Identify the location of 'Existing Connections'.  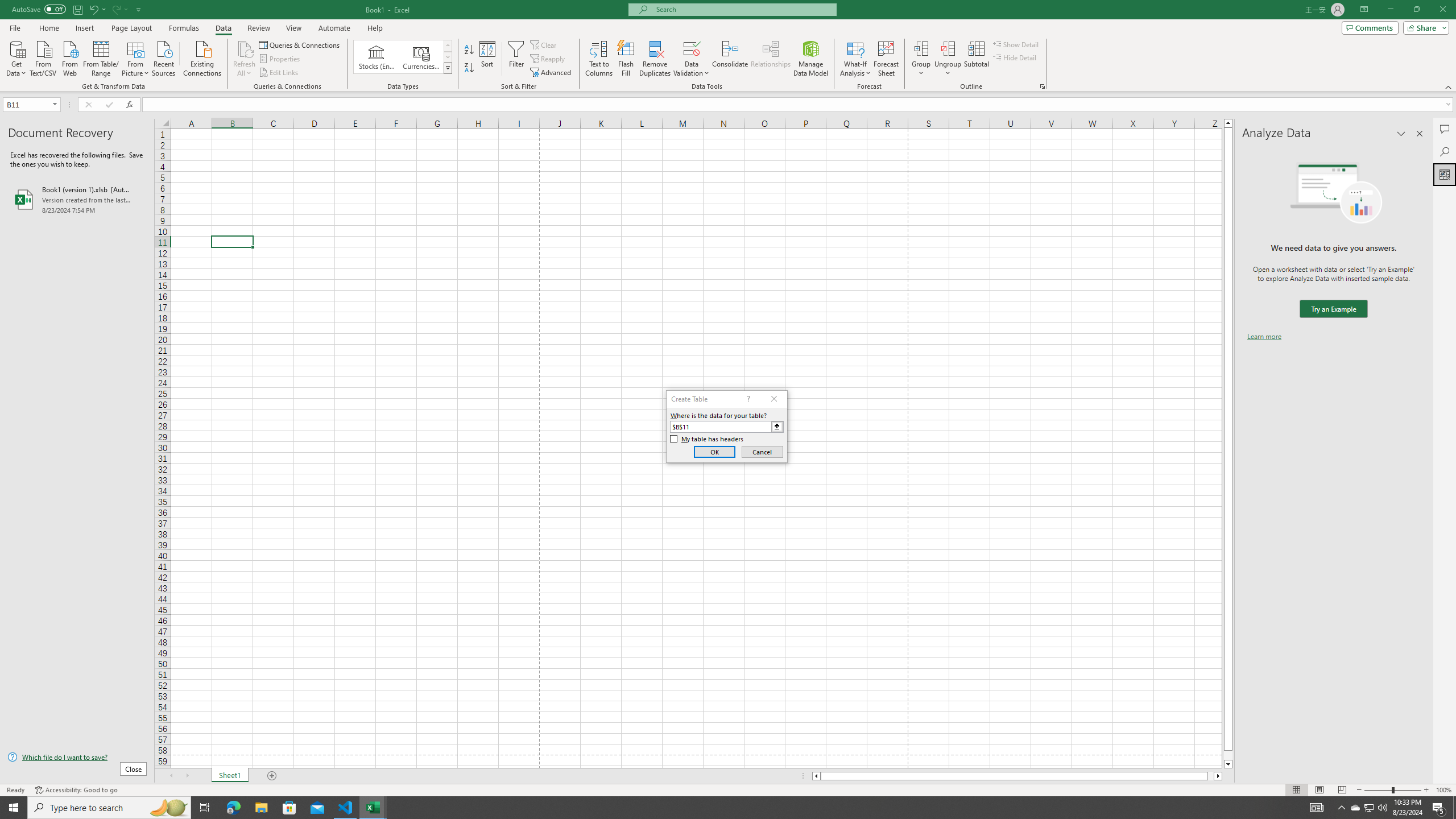
(201, 57).